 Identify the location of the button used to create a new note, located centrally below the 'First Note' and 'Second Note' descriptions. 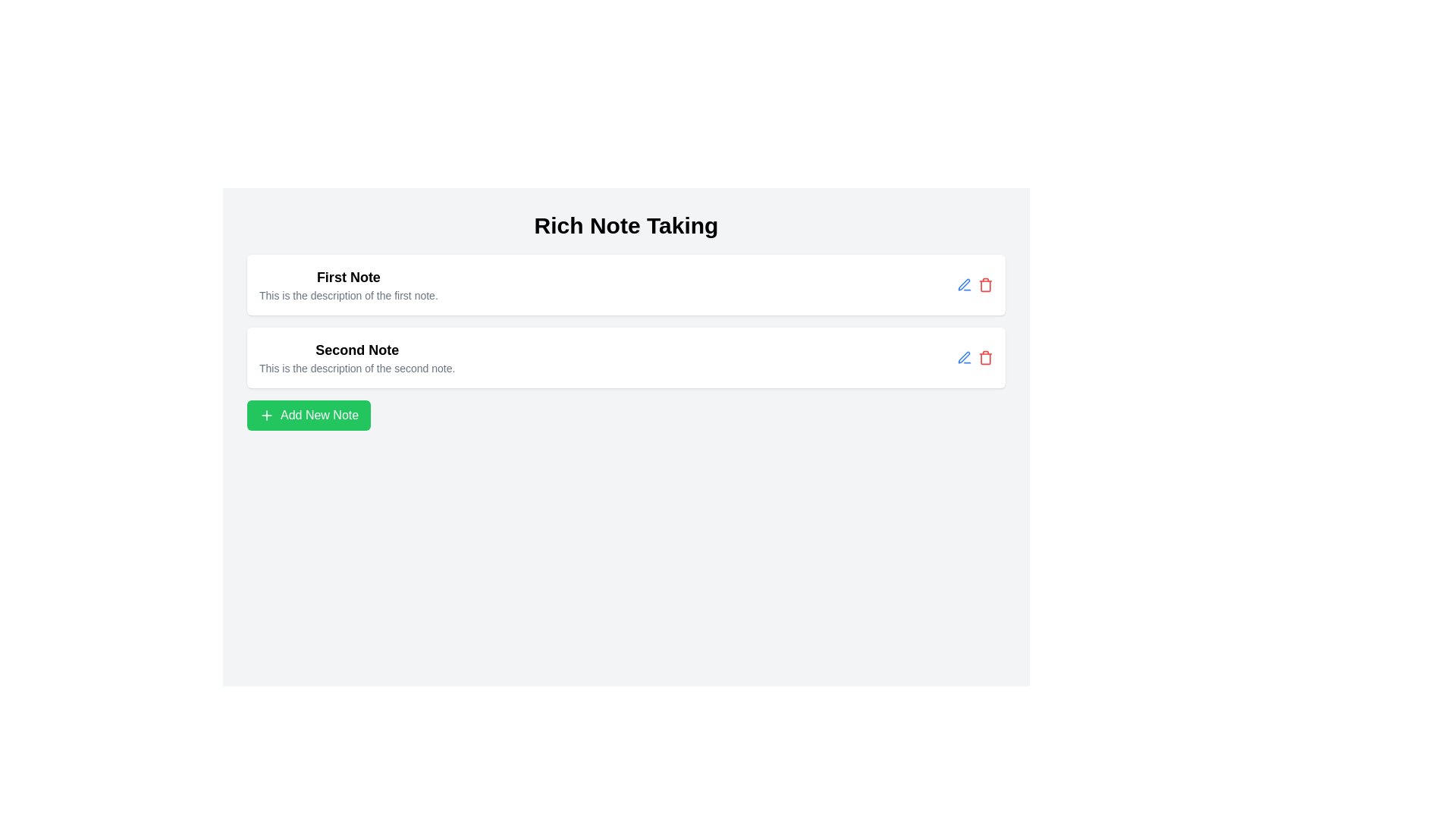
(308, 415).